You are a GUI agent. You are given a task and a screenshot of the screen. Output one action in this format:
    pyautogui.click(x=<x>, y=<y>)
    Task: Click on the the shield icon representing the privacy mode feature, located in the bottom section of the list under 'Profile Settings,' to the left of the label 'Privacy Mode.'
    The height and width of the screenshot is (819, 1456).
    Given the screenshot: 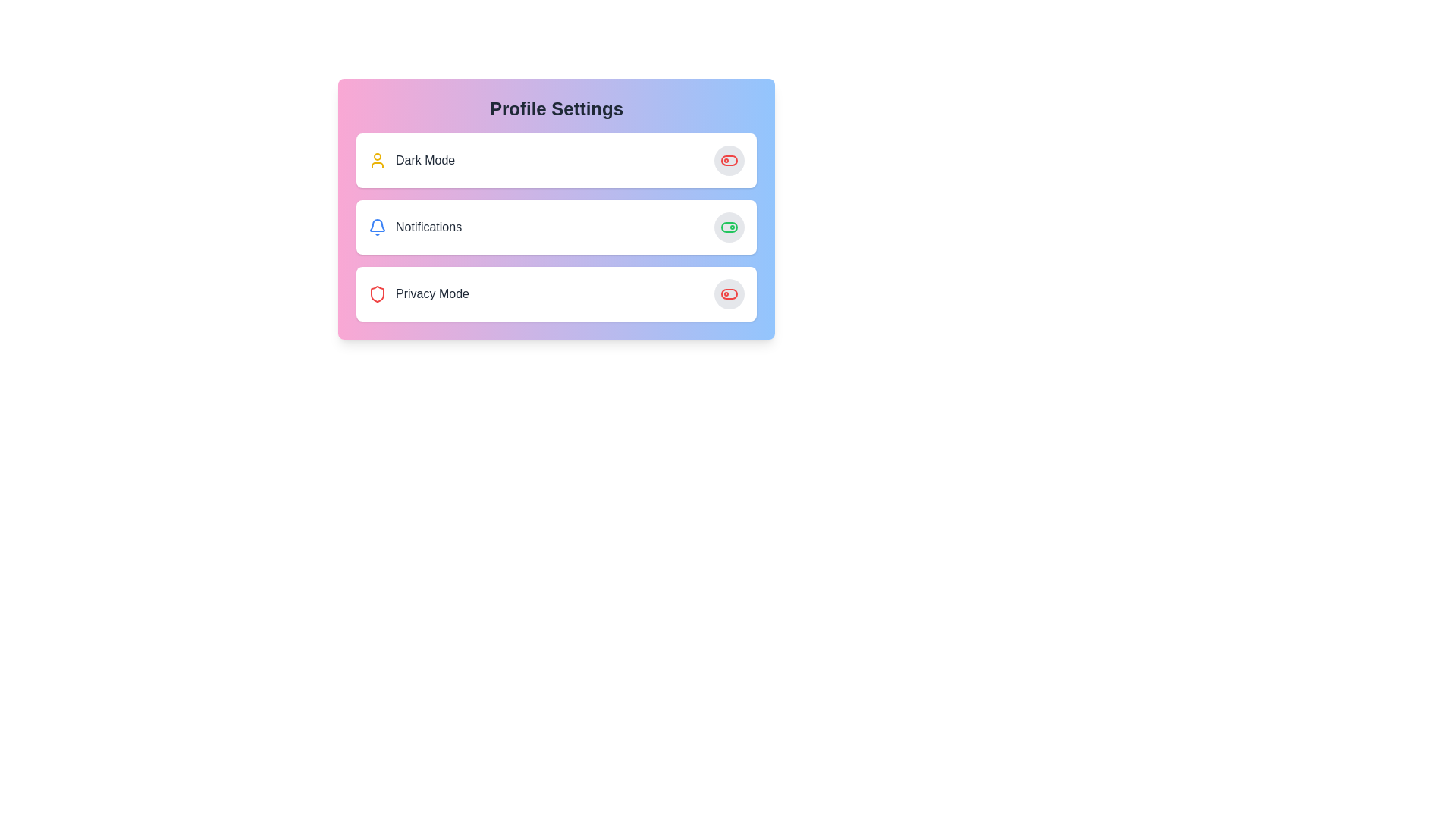 What is the action you would take?
    pyautogui.click(x=378, y=294)
    